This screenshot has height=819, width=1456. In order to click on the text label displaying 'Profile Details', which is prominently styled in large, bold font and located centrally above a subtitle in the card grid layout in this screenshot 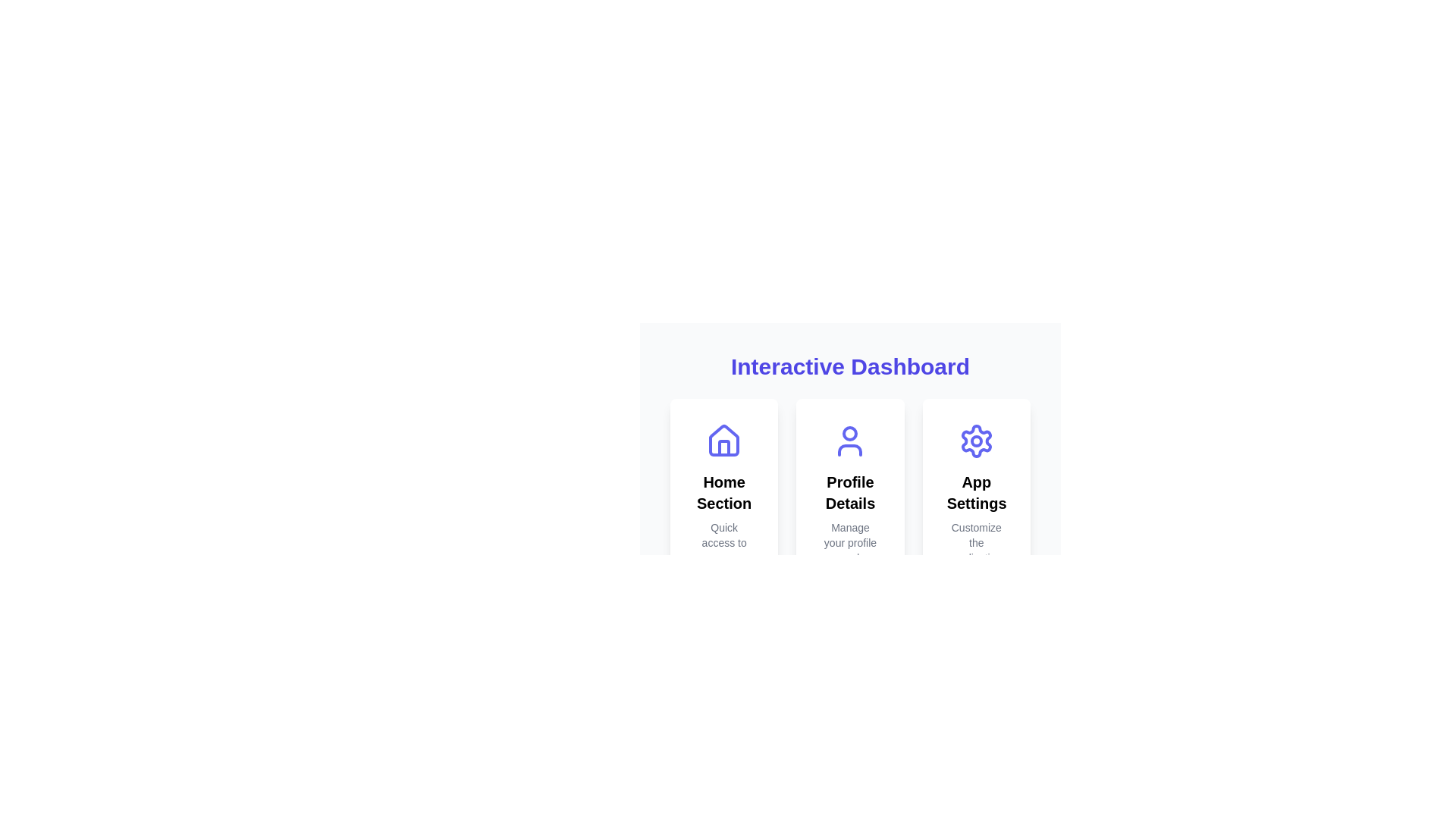, I will do `click(850, 493)`.